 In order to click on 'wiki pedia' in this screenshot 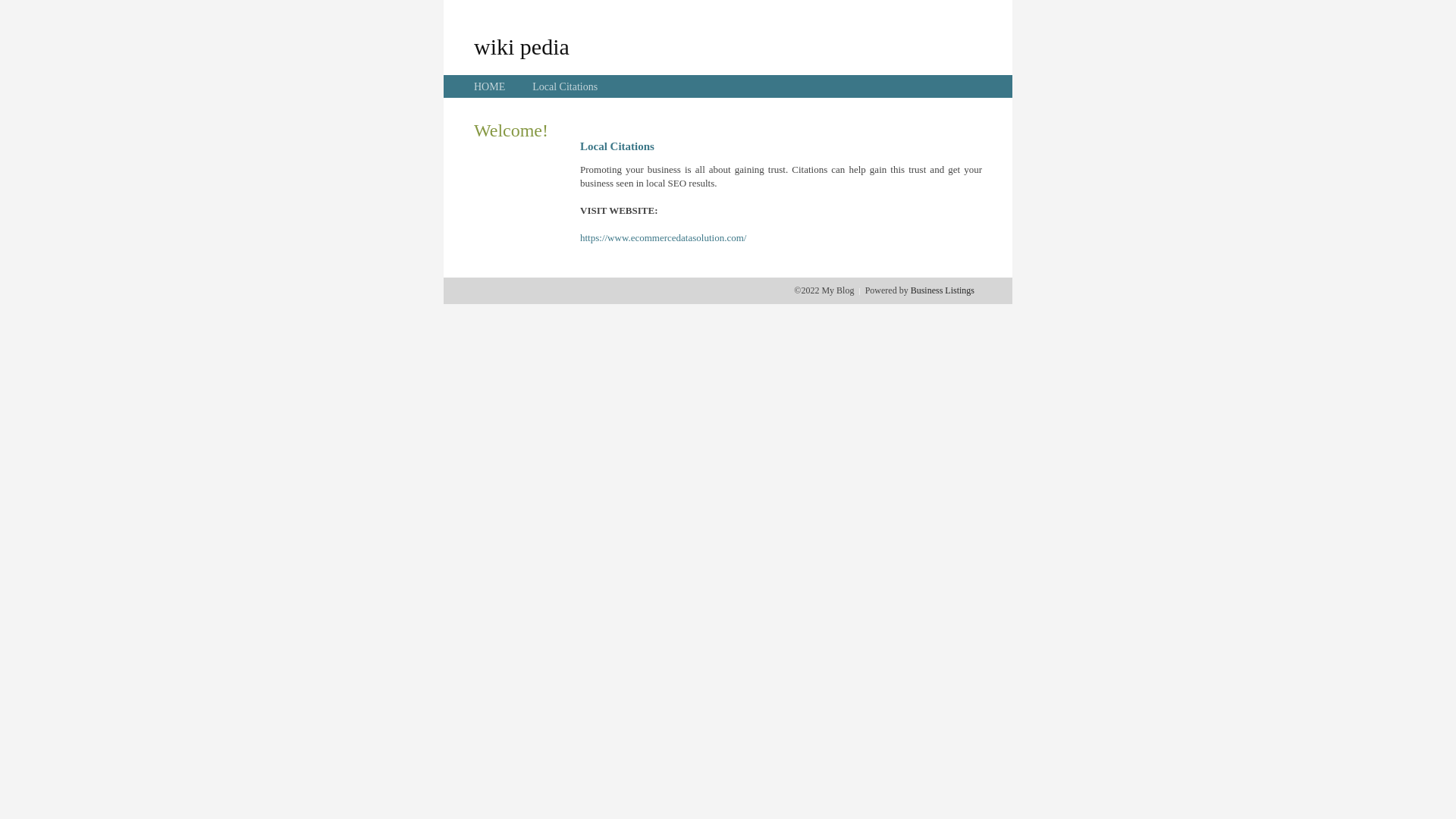, I will do `click(521, 45)`.